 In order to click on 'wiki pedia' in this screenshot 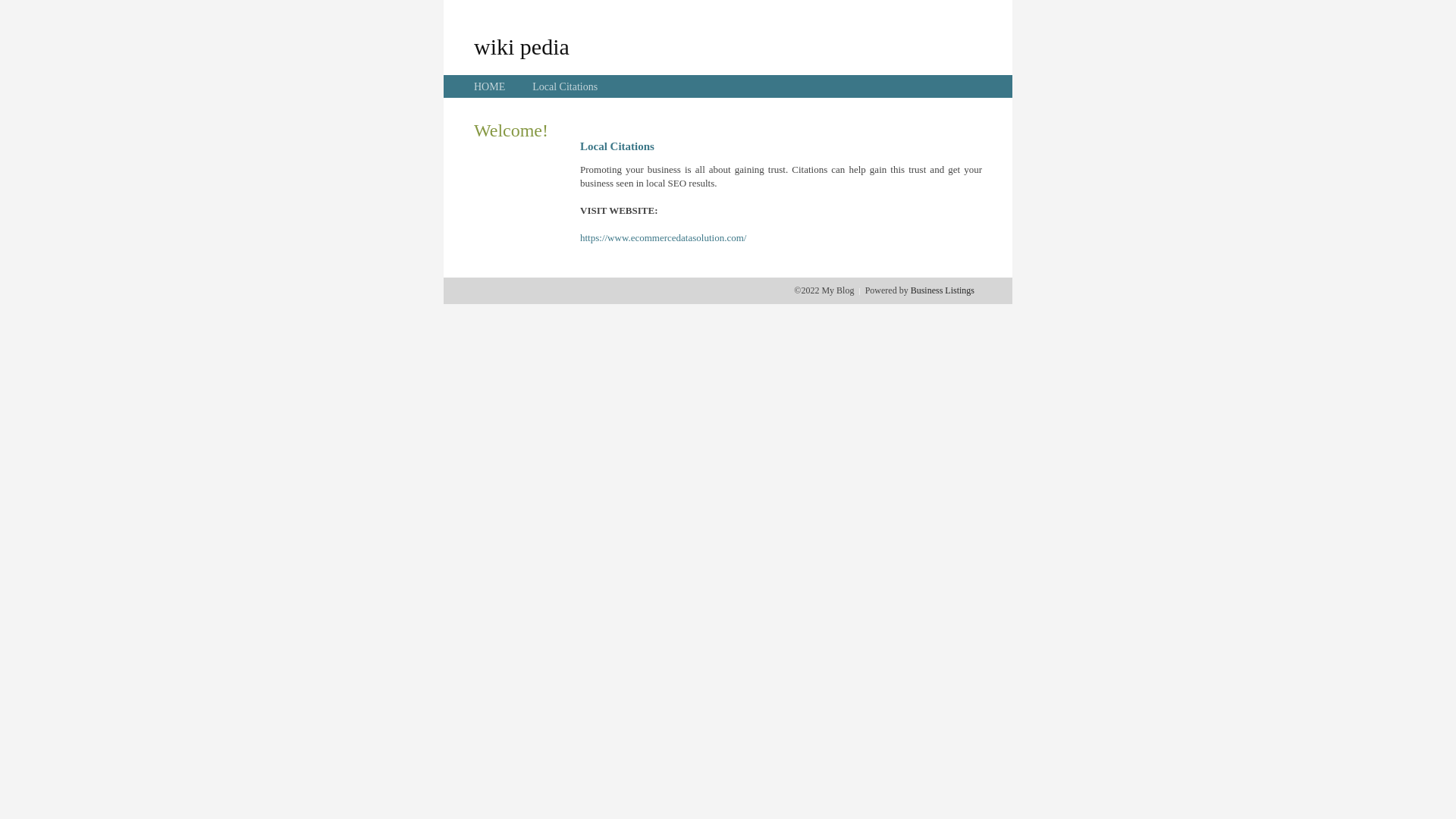, I will do `click(521, 45)`.